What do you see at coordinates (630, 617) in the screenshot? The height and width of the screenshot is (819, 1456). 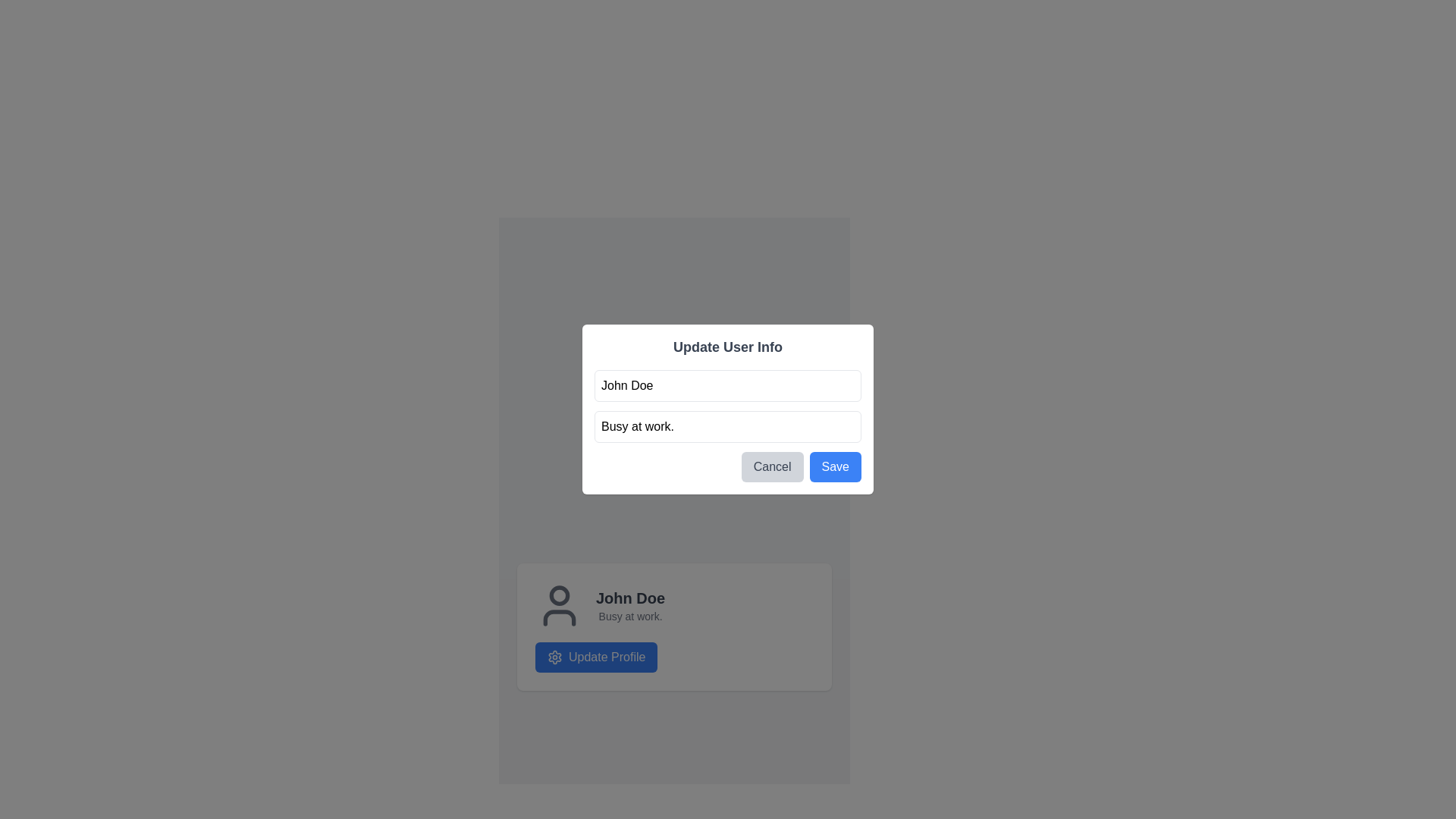 I see `the text label displaying 'Busy at work.' located beneath 'John Doe' in the user profile card` at bounding box center [630, 617].